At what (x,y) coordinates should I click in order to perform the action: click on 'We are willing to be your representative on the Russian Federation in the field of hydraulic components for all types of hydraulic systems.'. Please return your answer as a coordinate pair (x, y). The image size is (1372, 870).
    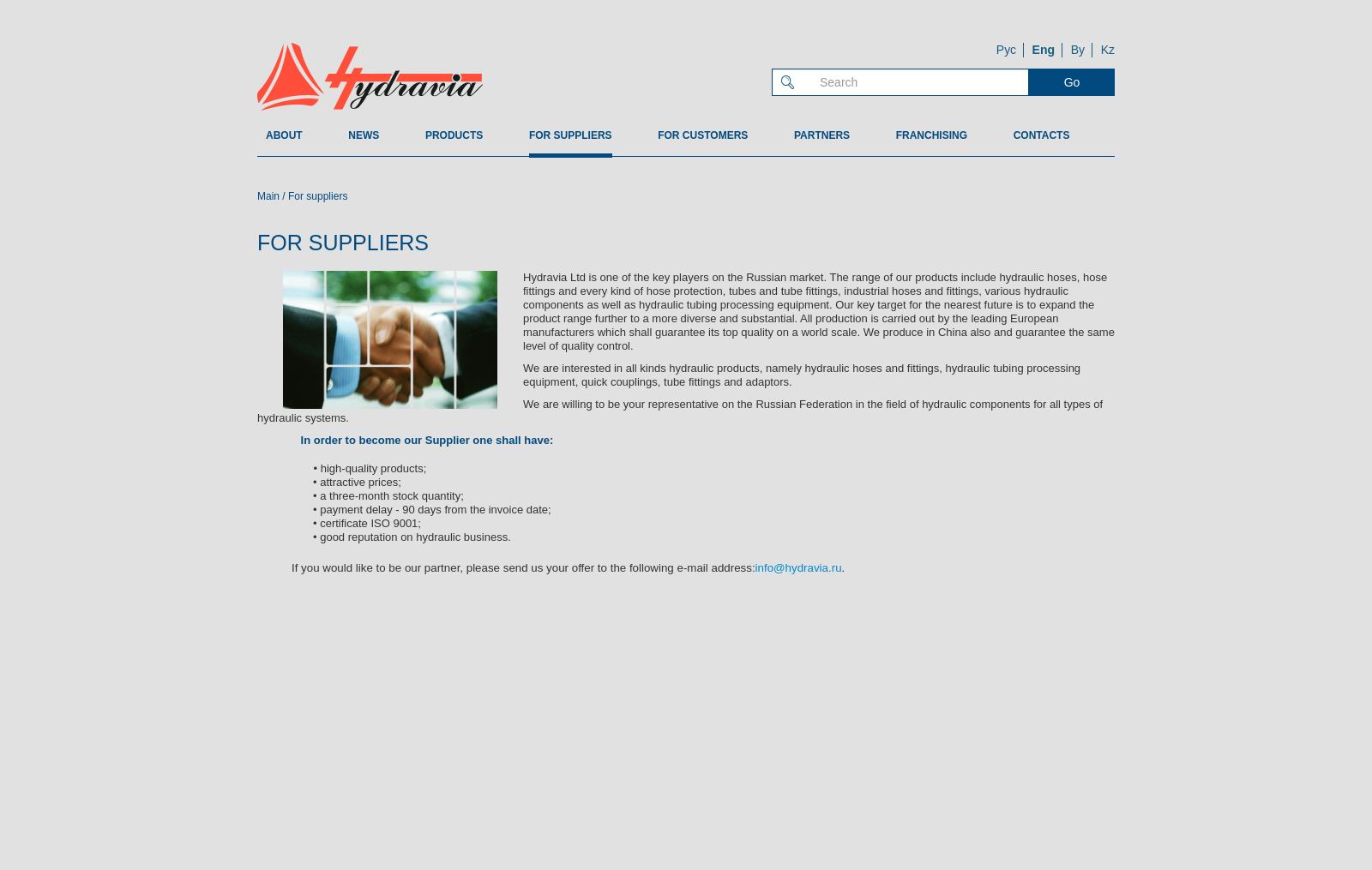
    Looking at the image, I should click on (257, 410).